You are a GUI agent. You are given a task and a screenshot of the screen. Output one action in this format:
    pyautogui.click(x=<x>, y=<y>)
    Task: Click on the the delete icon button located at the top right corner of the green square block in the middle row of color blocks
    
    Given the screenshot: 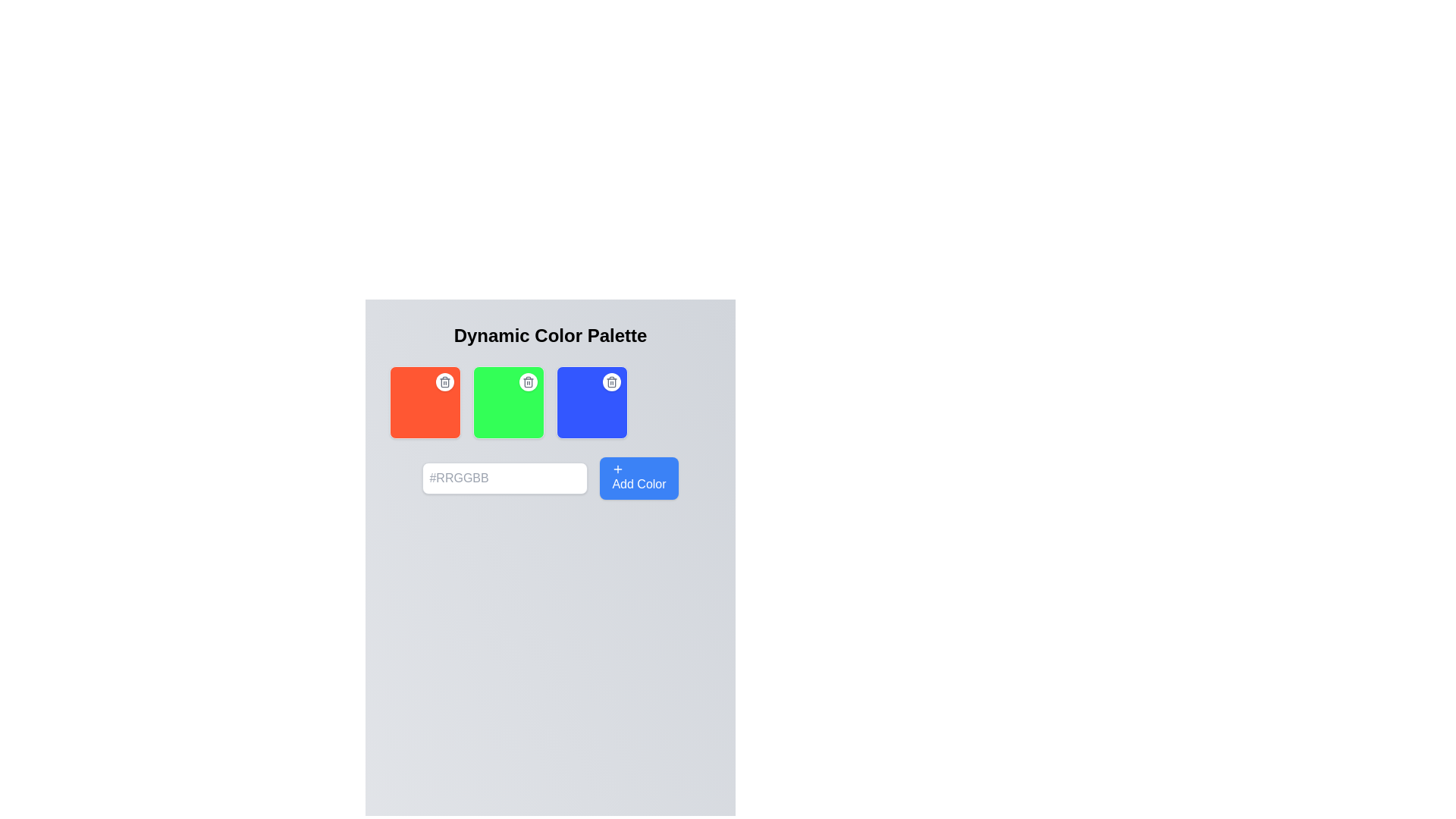 What is the action you would take?
    pyautogui.click(x=528, y=381)
    